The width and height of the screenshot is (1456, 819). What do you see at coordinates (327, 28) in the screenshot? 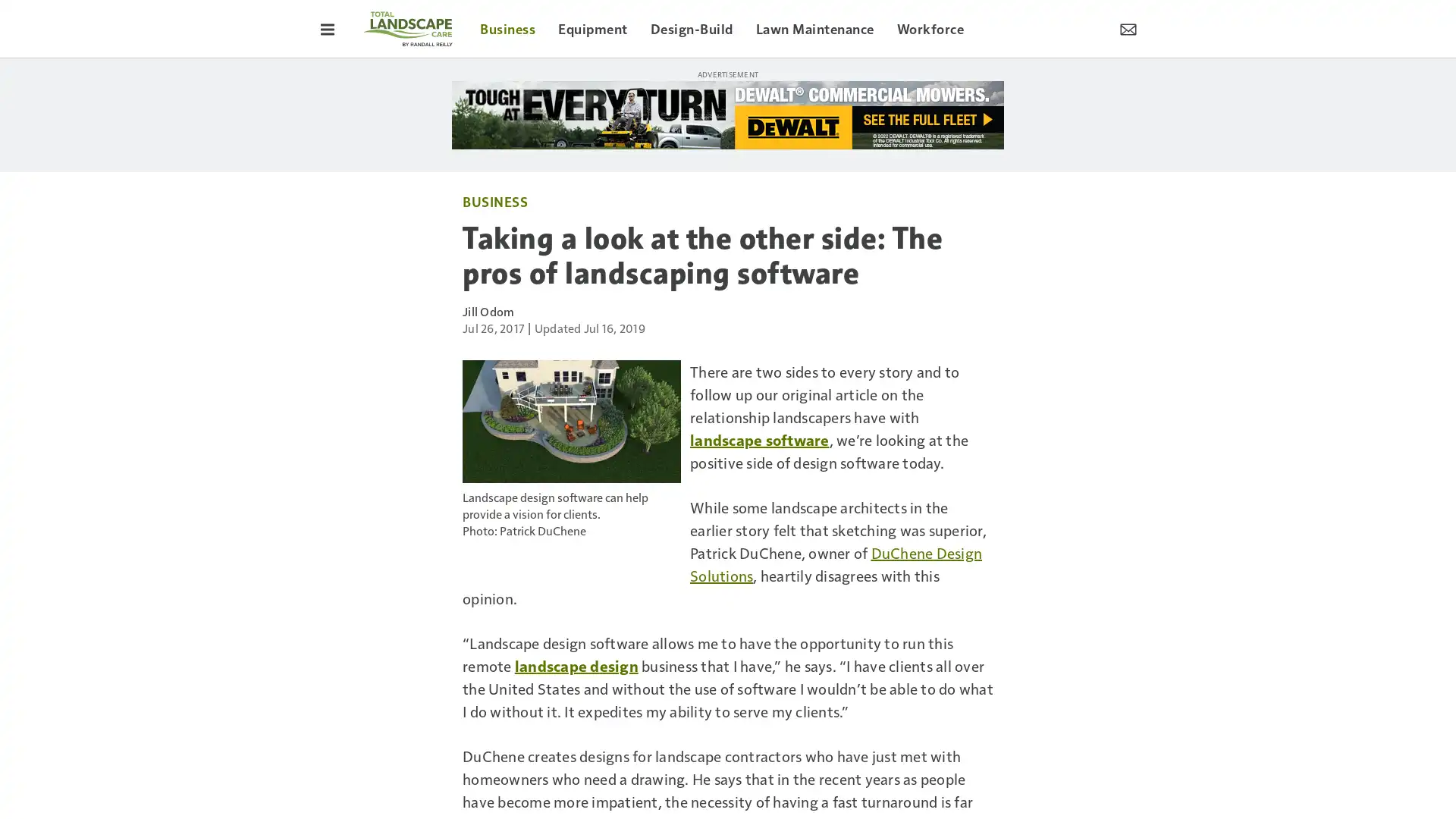
I see `Toggle Menu` at bounding box center [327, 28].